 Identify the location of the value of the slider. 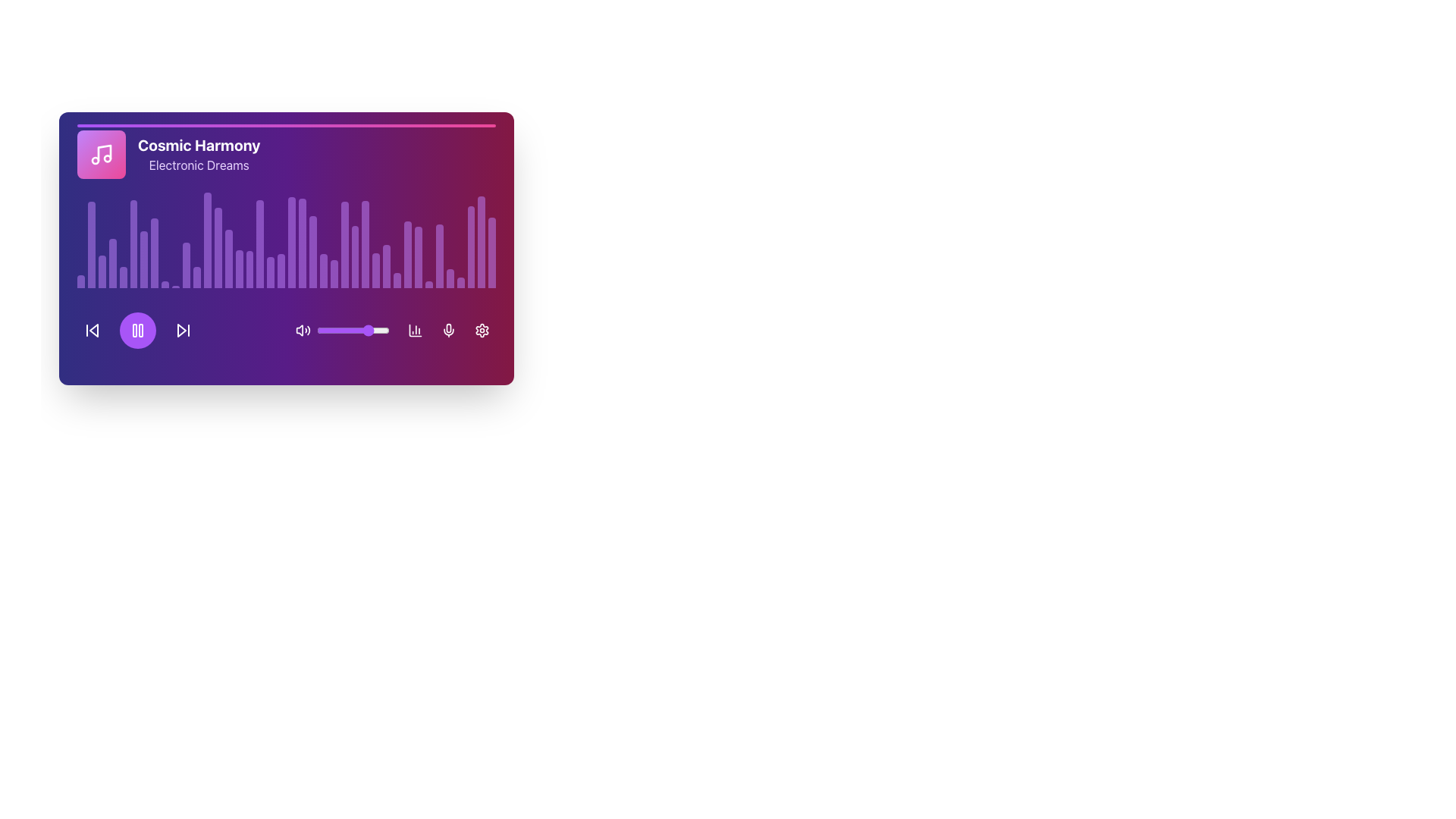
(353, 329).